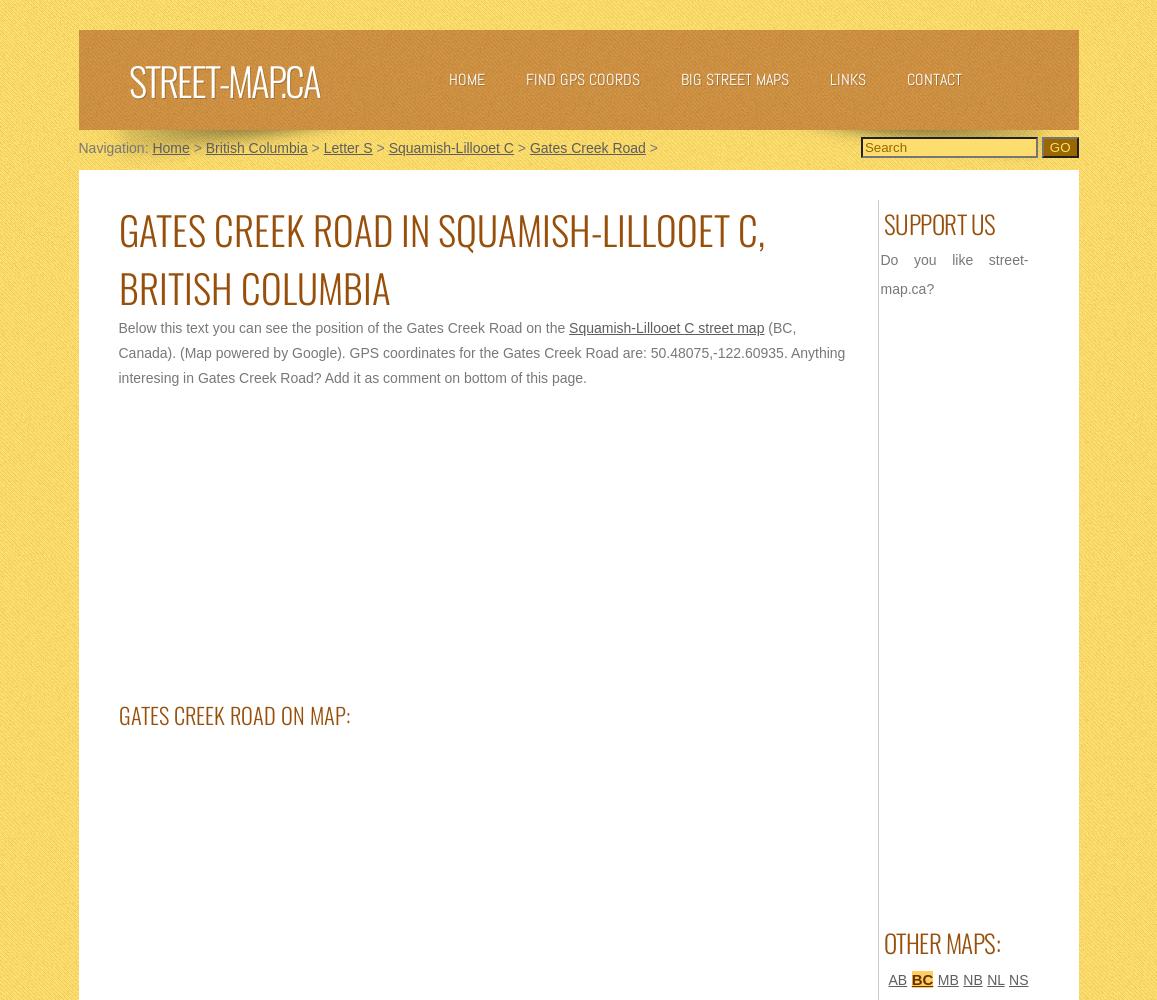 The width and height of the screenshot is (1157, 1000). I want to click on 'Squamish-Lillooet C', so click(449, 148).